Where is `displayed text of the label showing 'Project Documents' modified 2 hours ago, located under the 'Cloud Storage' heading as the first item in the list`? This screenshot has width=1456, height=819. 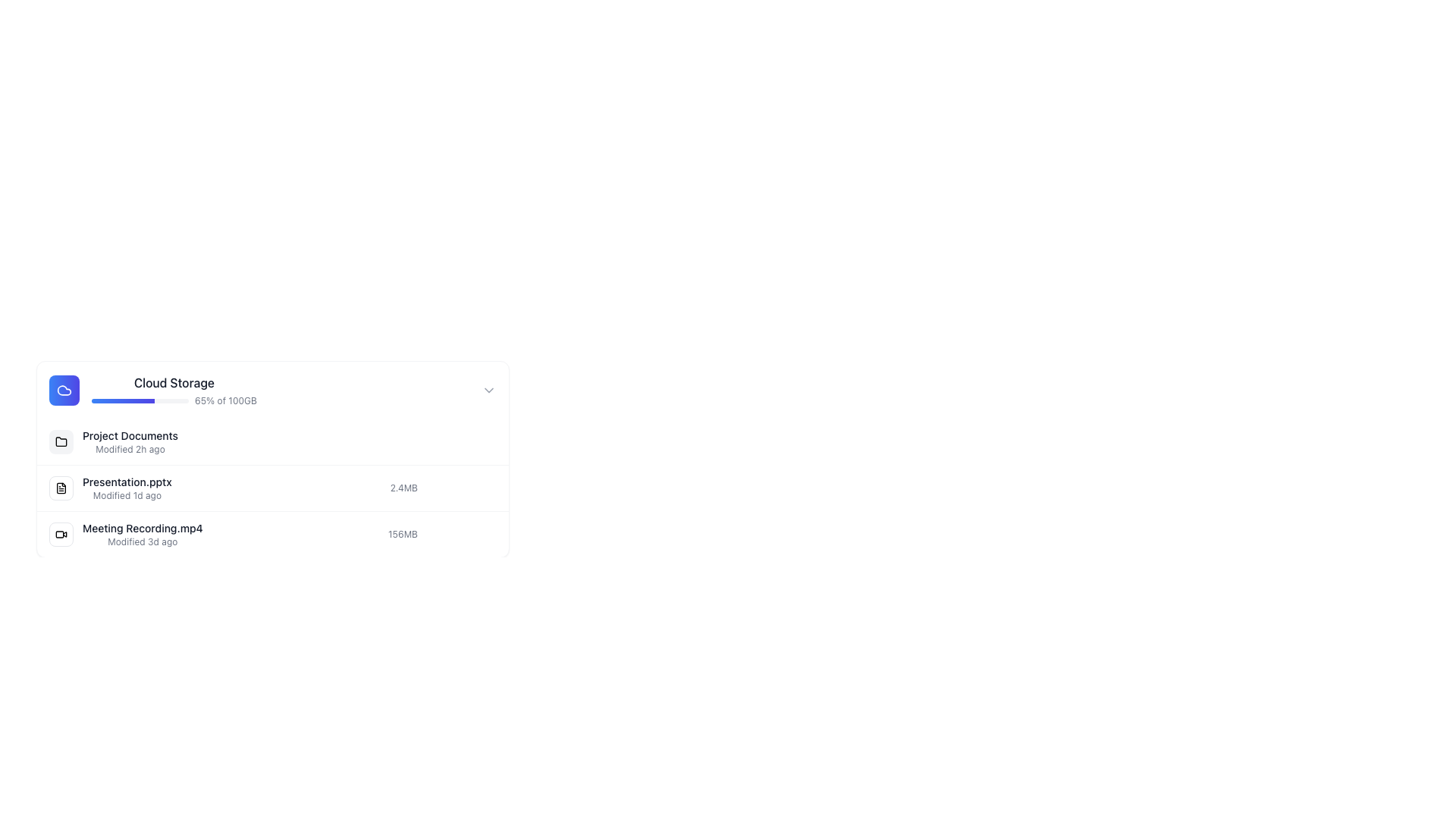
displayed text of the label showing 'Project Documents' modified 2 hours ago, located under the 'Cloud Storage' heading as the first item in the list is located at coordinates (130, 441).